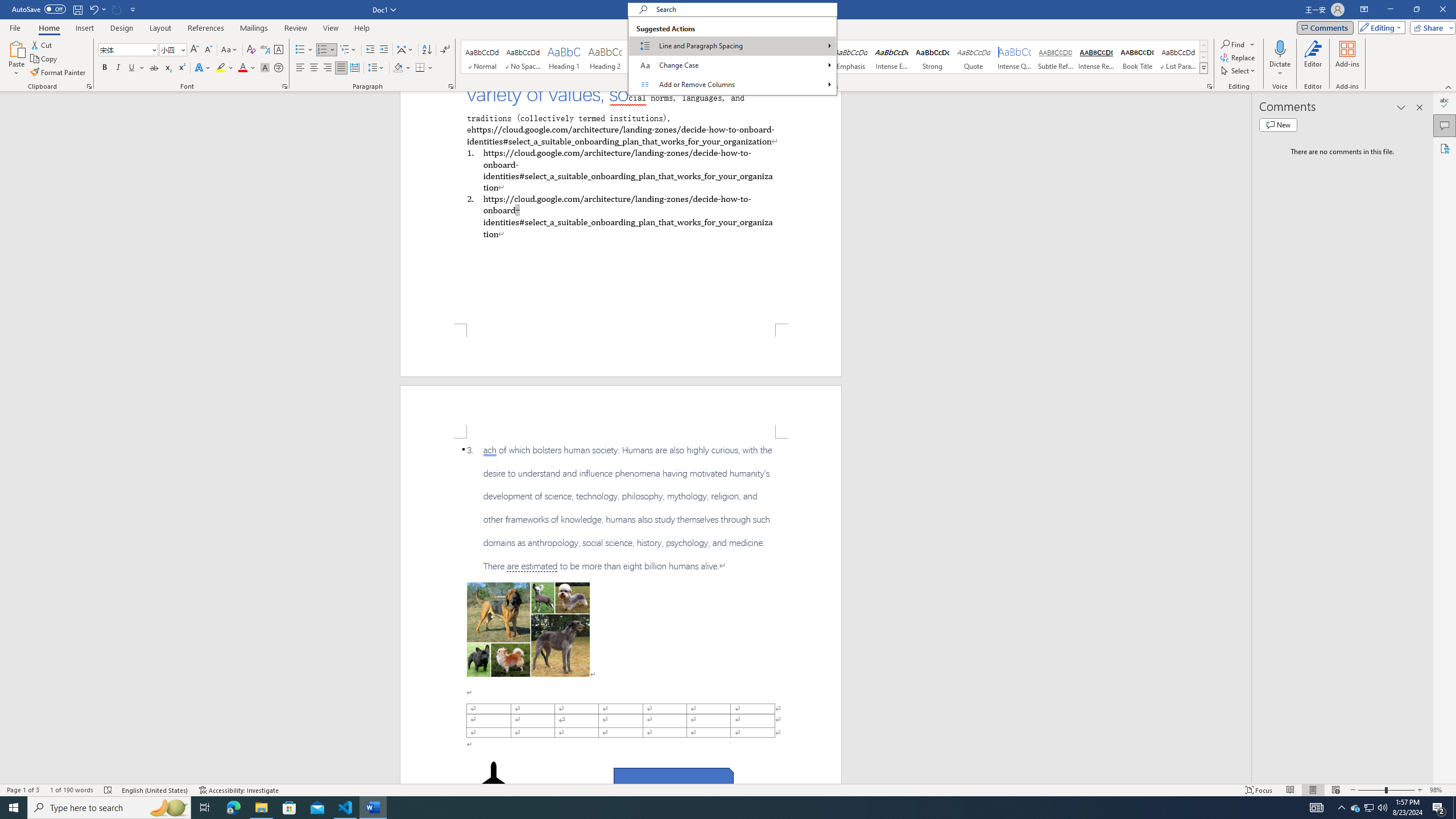  What do you see at coordinates (331, 28) in the screenshot?
I see `'View'` at bounding box center [331, 28].